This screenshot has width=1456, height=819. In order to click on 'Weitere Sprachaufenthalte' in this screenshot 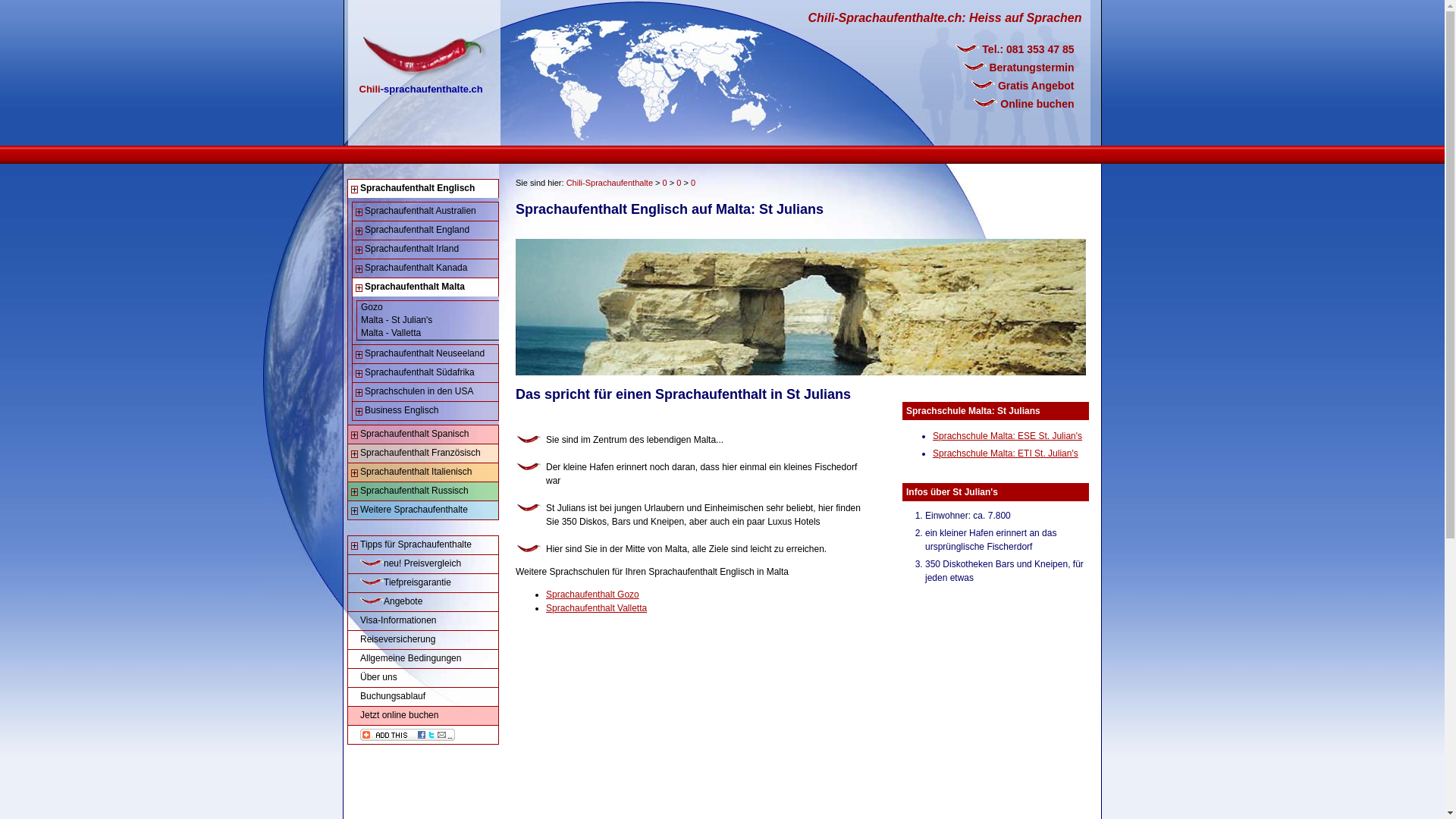, I will do `click(423, 510)`.